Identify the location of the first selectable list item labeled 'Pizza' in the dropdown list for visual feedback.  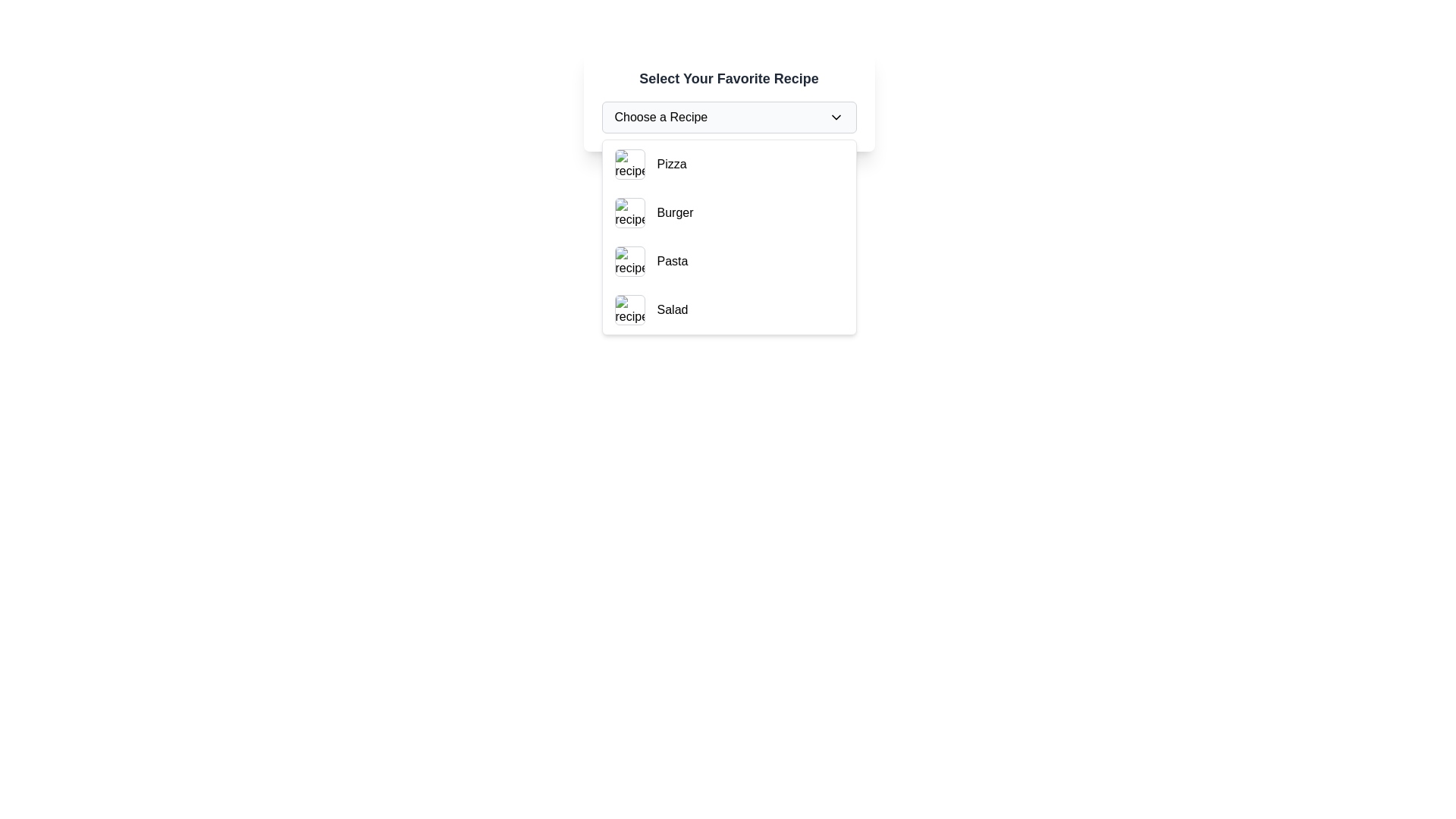
(729, 164).